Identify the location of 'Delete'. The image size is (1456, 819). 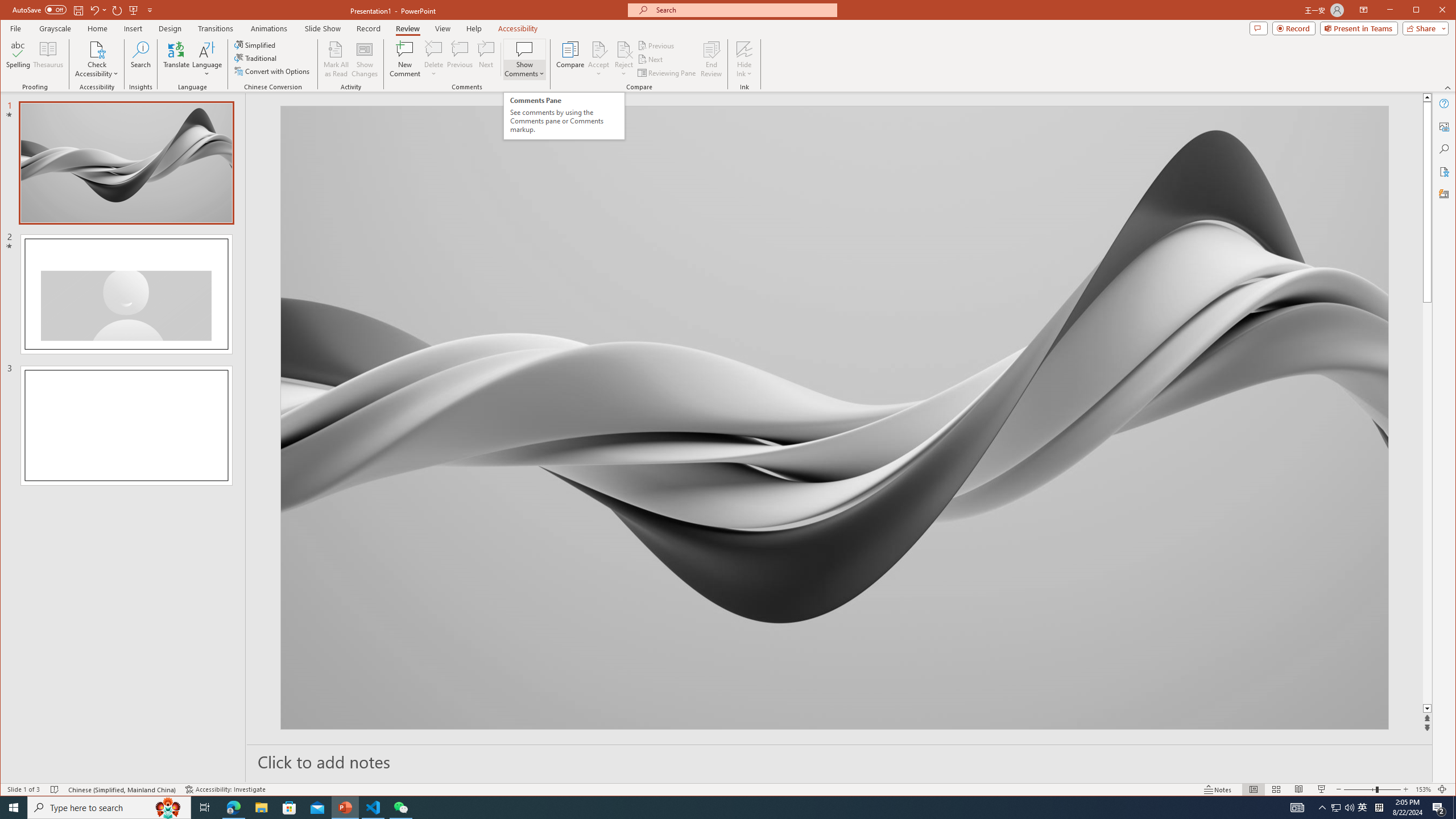
(433, 59).